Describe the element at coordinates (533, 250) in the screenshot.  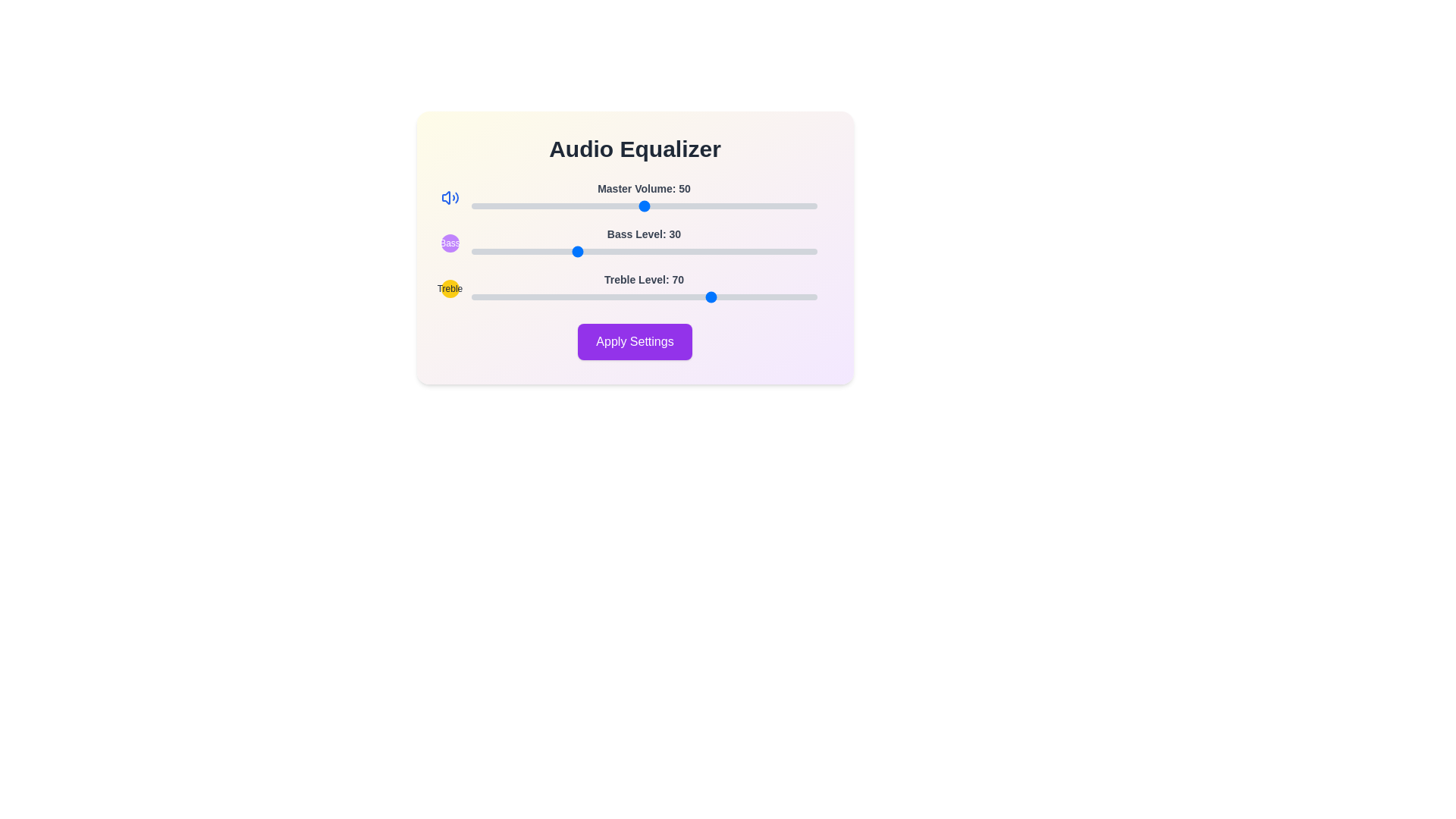
I see `bass level` at that location.